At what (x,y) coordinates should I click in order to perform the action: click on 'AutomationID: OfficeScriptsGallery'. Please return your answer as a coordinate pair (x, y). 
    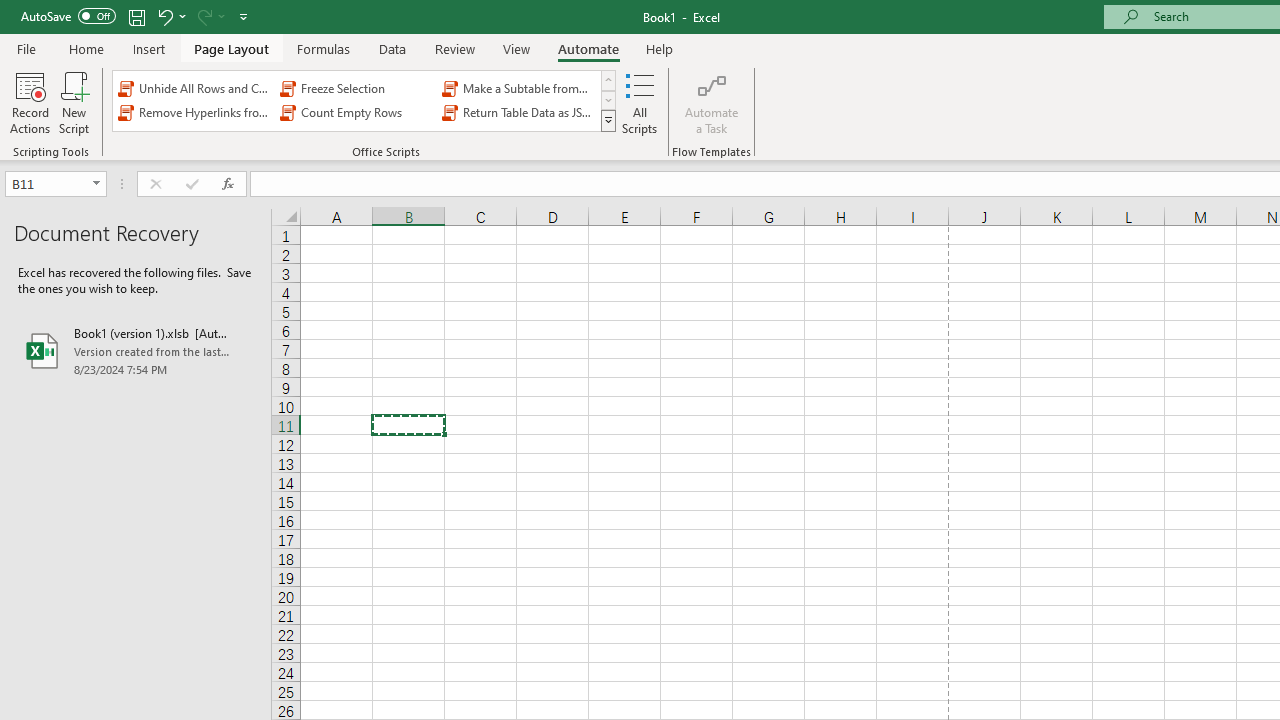
    Looking at the image, I should click on (365, 100).